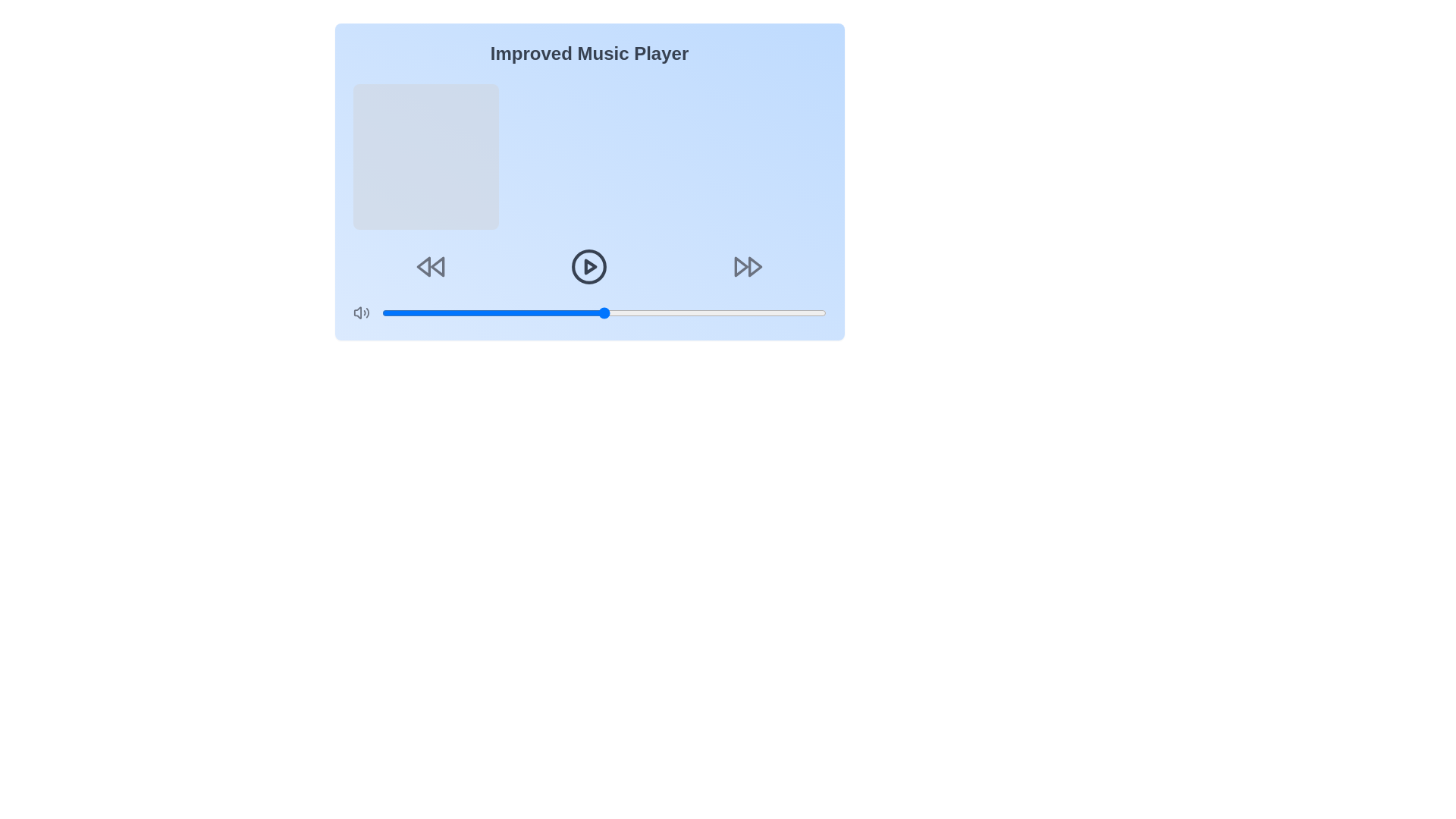 Image resolution: width=1456 pixels, height=819 pixels. What do you see at coordinates (356, 312) in the screenshot?
I see `the leftmost arc of the volume control icon that represents the speaker sound waves in the audio control interface` at bounding box center [356, 312].